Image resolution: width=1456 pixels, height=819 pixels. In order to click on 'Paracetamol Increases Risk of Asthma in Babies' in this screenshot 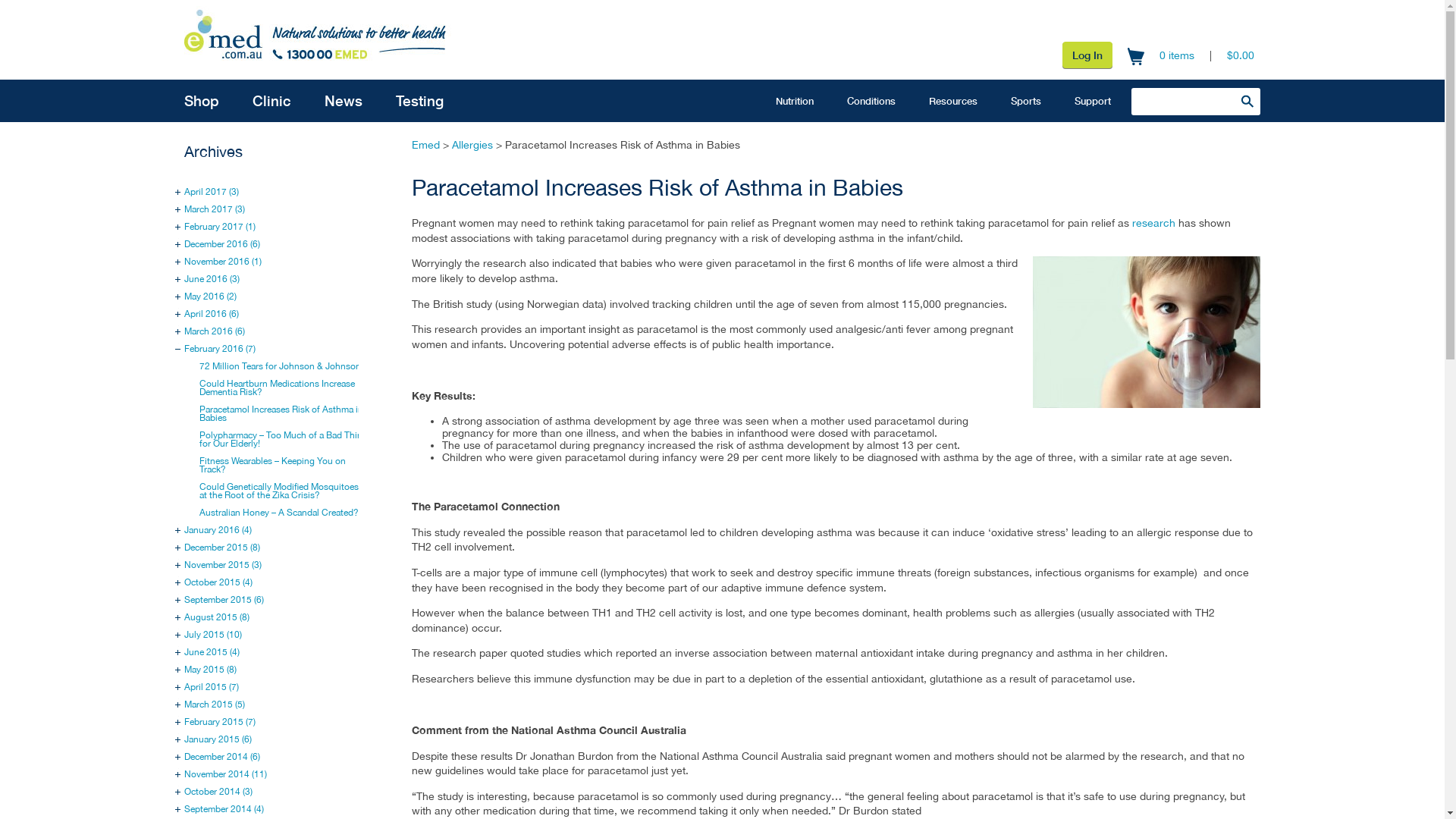, I will do `click(199, 413)`.